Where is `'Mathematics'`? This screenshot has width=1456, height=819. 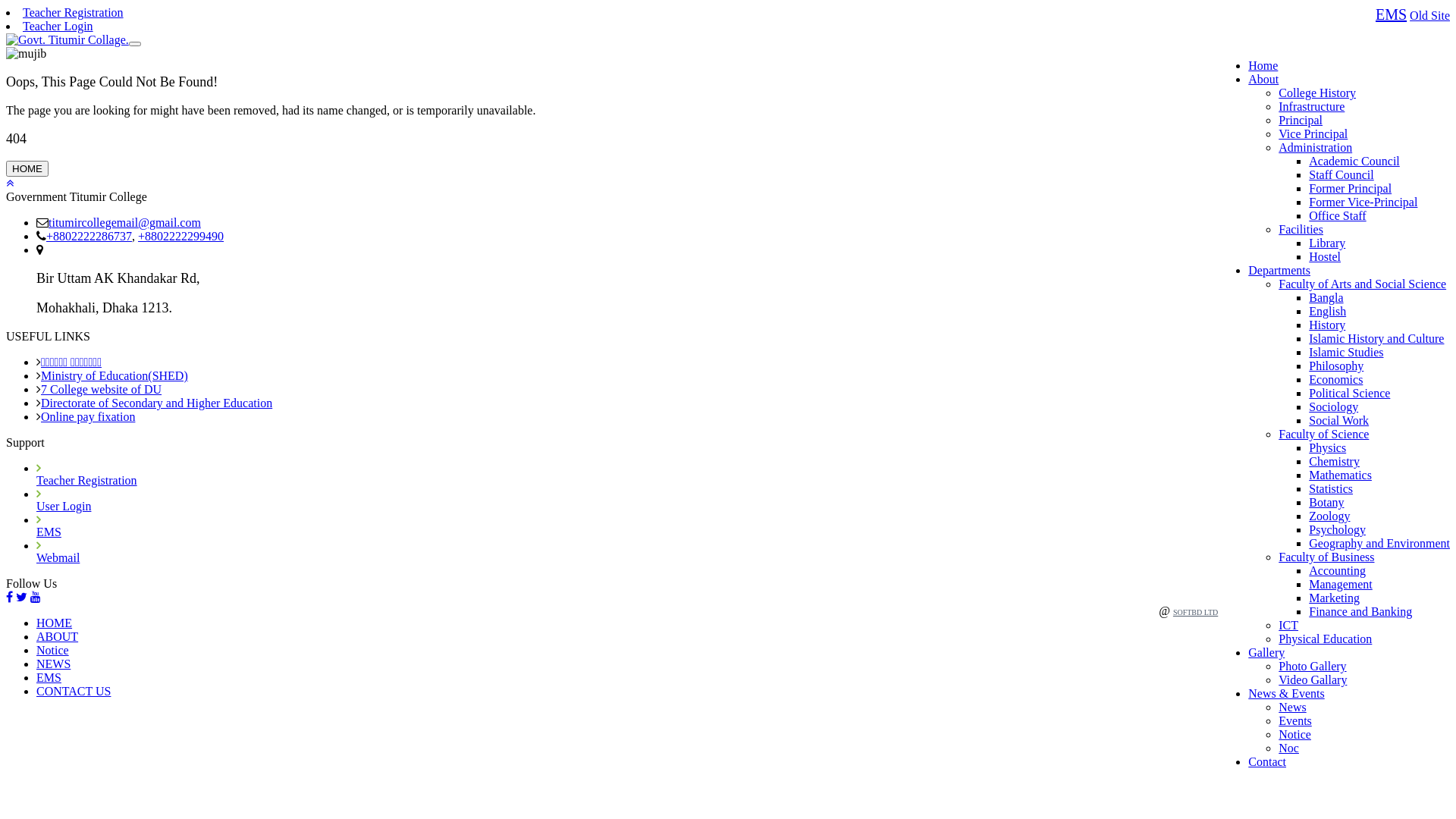 'Mathematics' is located at coordinates (1308, 474).